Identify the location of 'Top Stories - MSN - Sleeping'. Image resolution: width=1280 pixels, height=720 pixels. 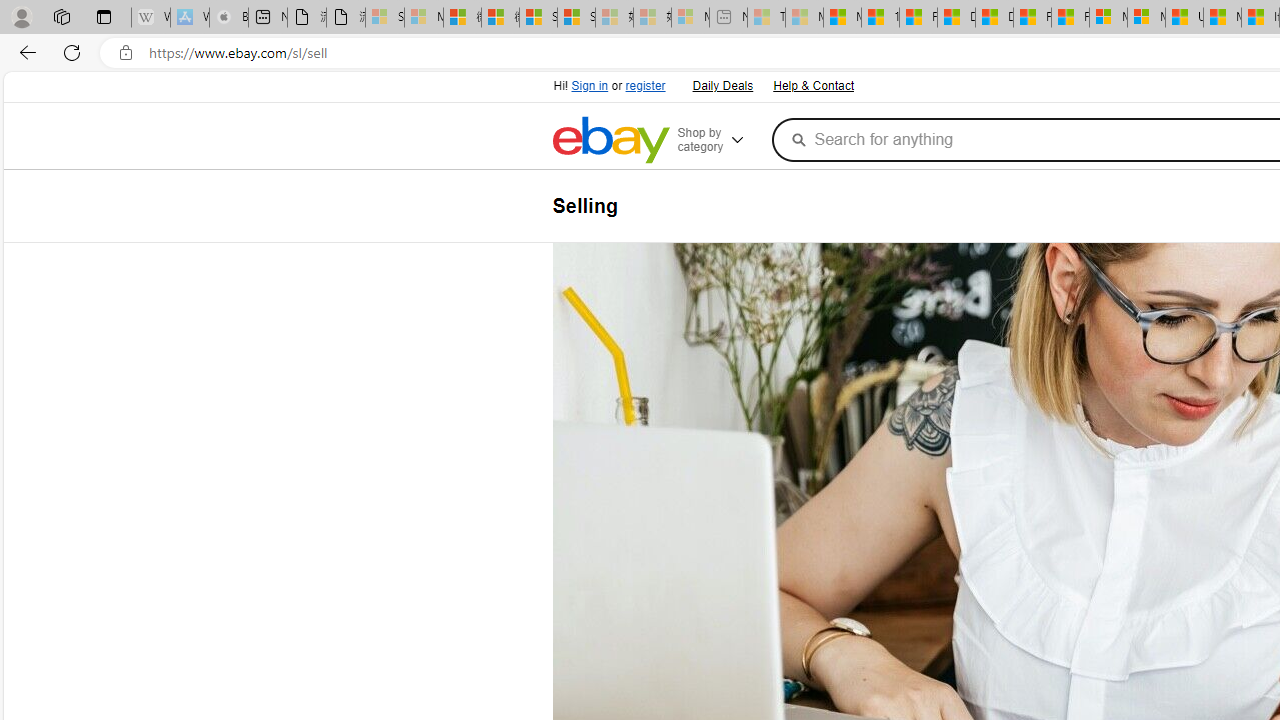
(765, 17).